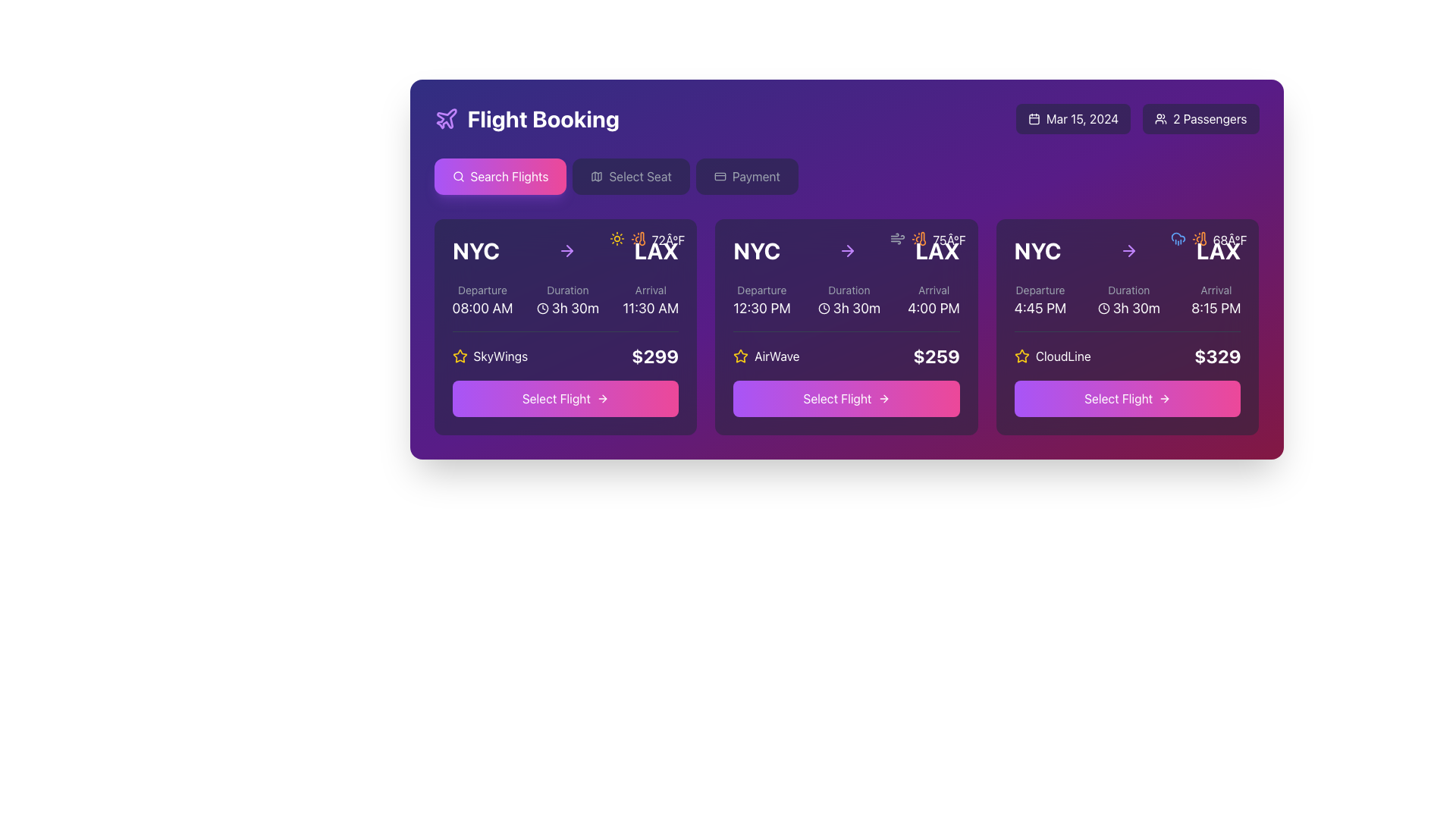 This screenshot has height=819, width=1456. I want to click on the text label displaying 'SkyWings', which is located centrally in the lower section of the leftmost card in a list of flight options, rendered in white text against a purple background, so click(500, 356).